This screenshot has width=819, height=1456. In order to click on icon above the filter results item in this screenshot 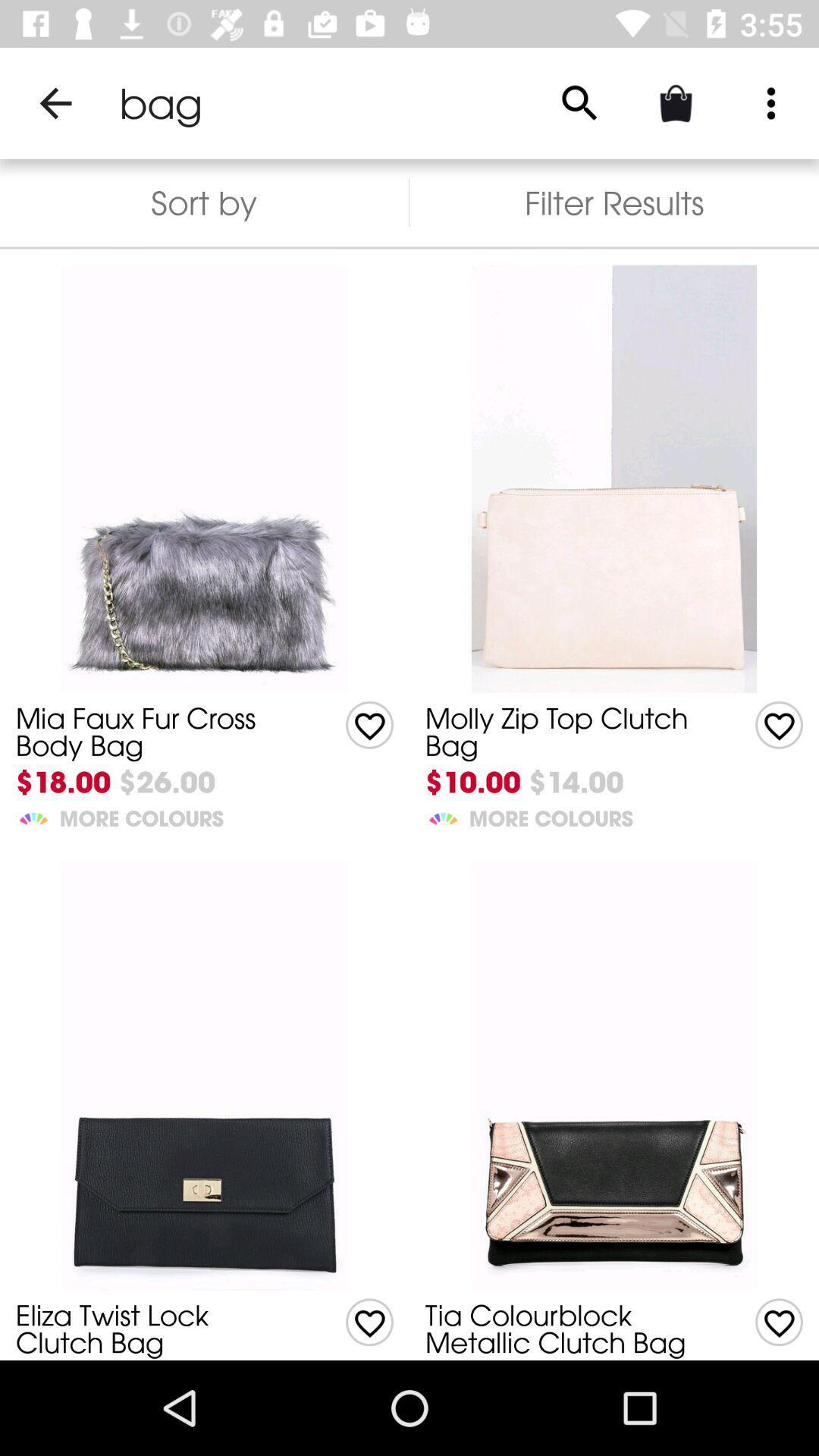, I will do `click(579, 102)`.